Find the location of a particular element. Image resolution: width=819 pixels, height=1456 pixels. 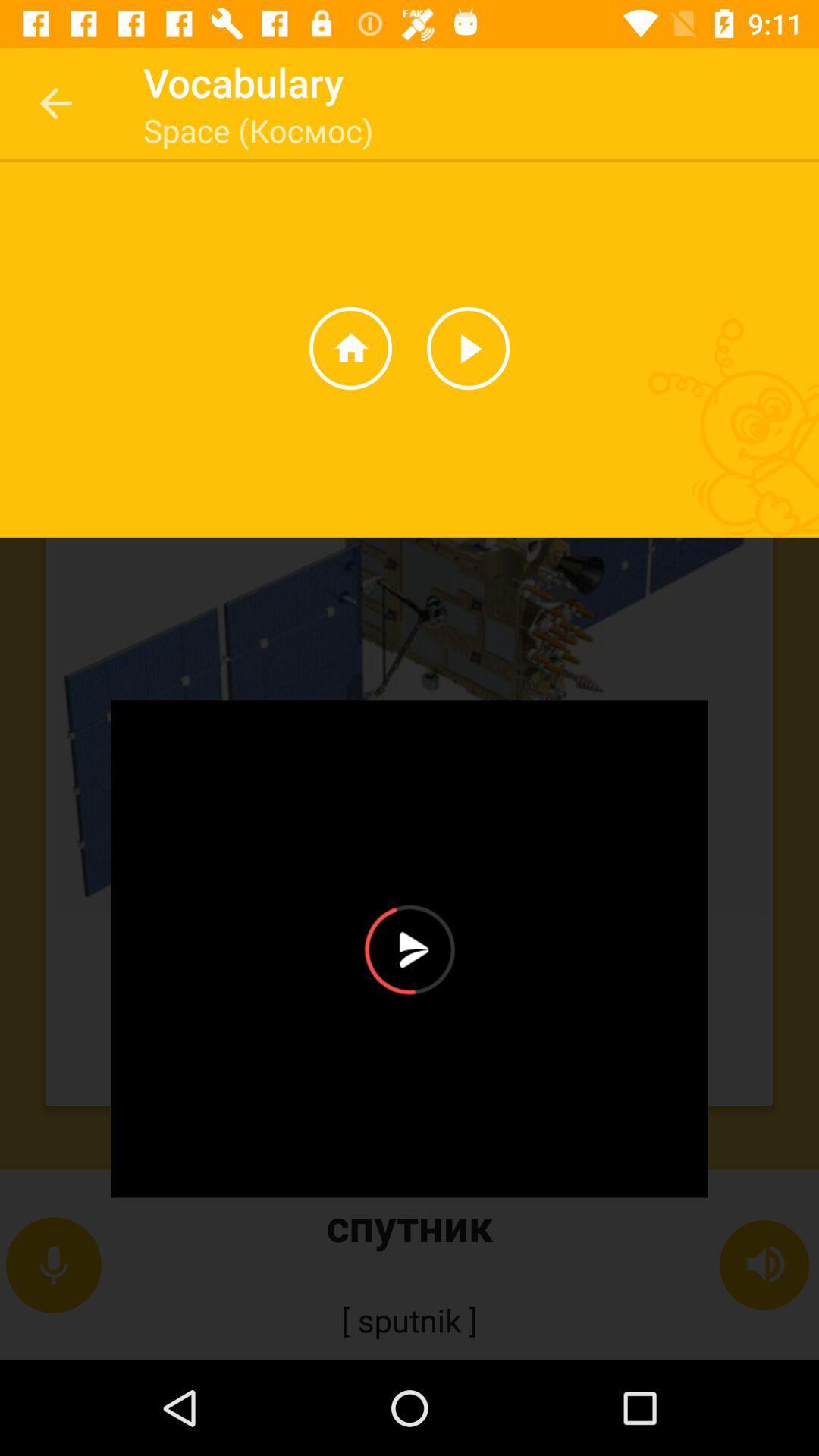

the play icon is located at coordinates (467, 347).